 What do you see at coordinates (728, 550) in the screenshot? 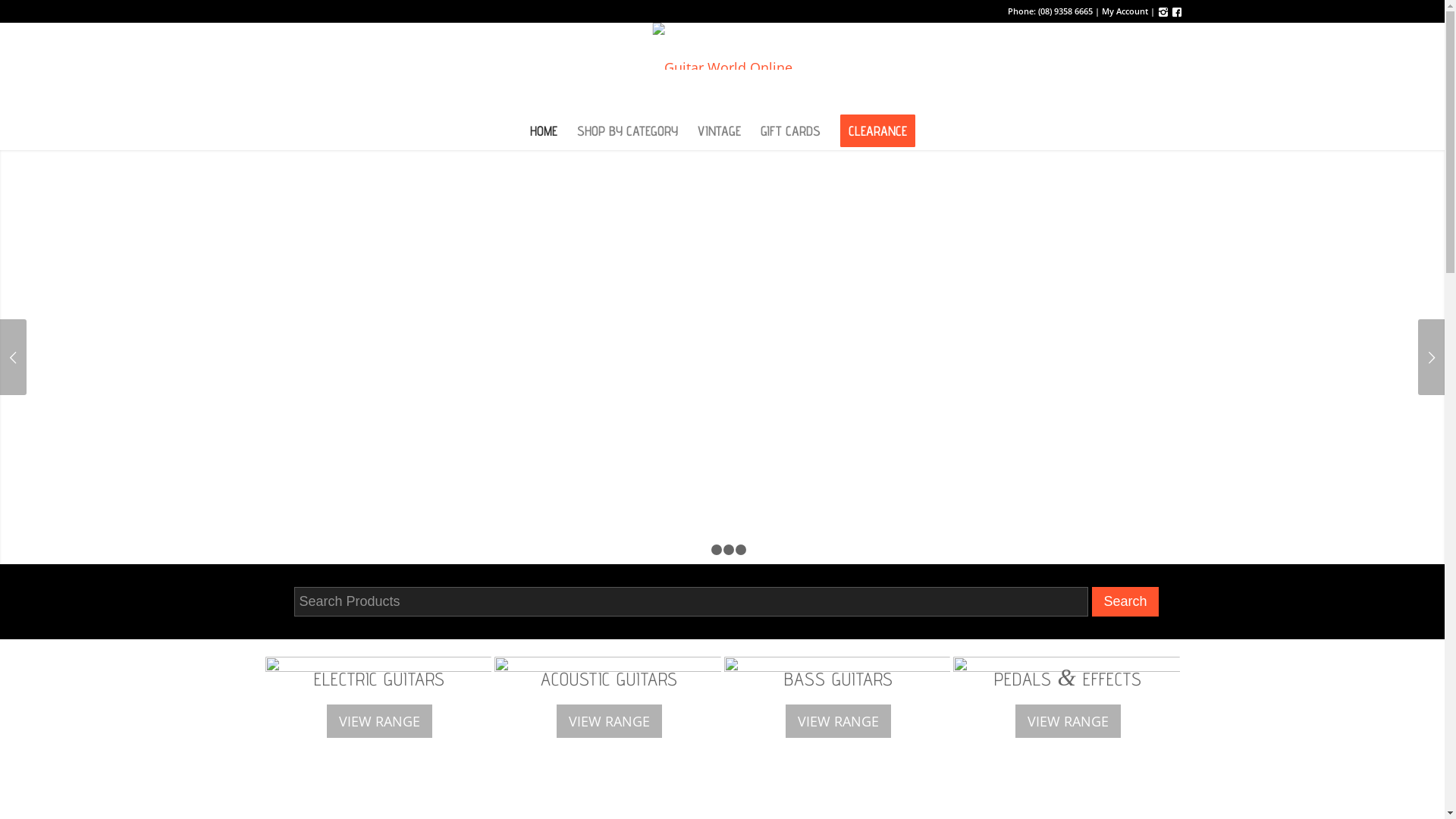
I see `'3'` at bounding box center [728, 550].